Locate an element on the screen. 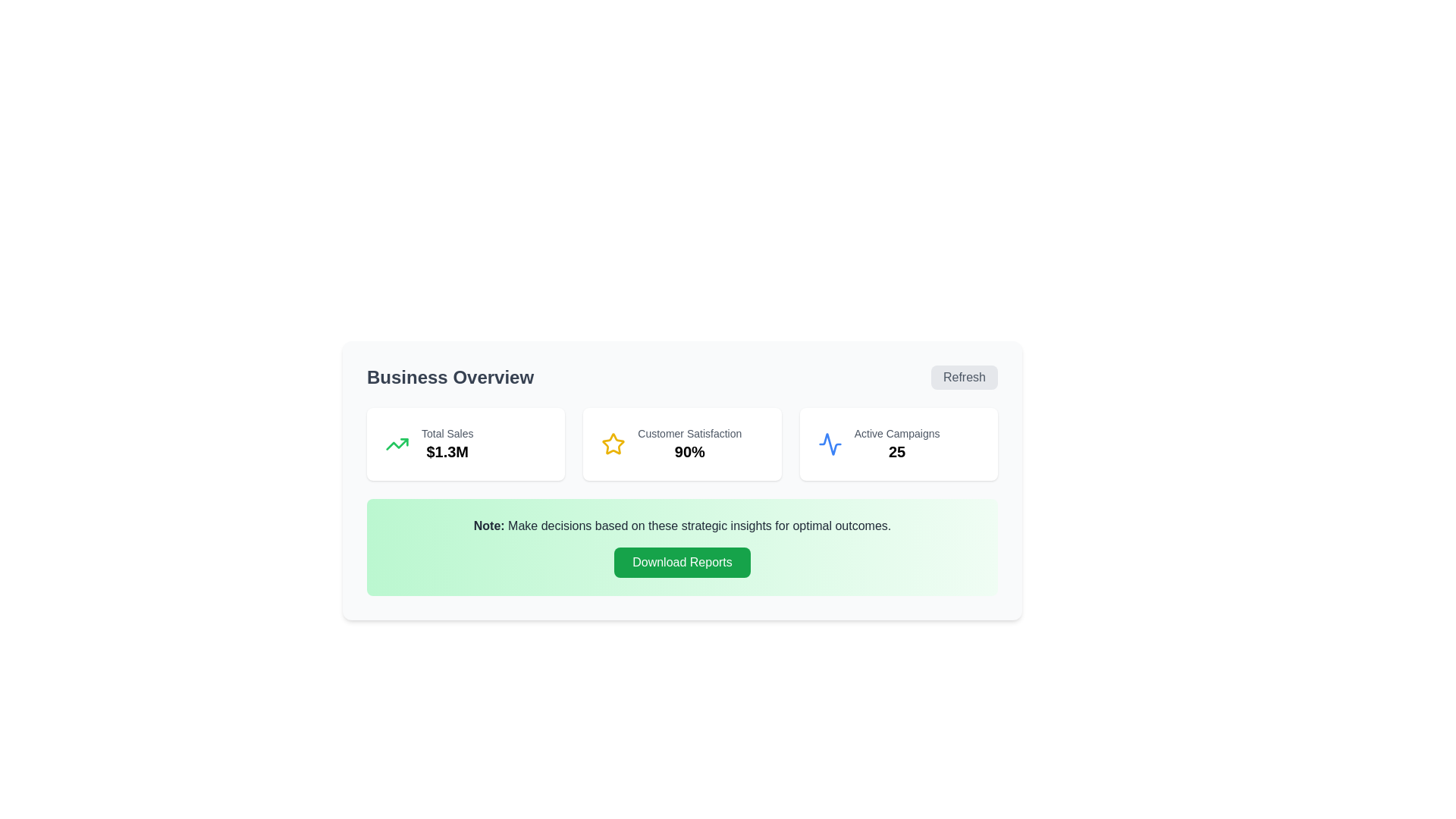 This screenshot has height=819, width=1456. the graphic represented by the green upward trending arrow icon located at the top-left corner inside the 'Total Sales $1.3M' card is located at coordinates (397, 444).